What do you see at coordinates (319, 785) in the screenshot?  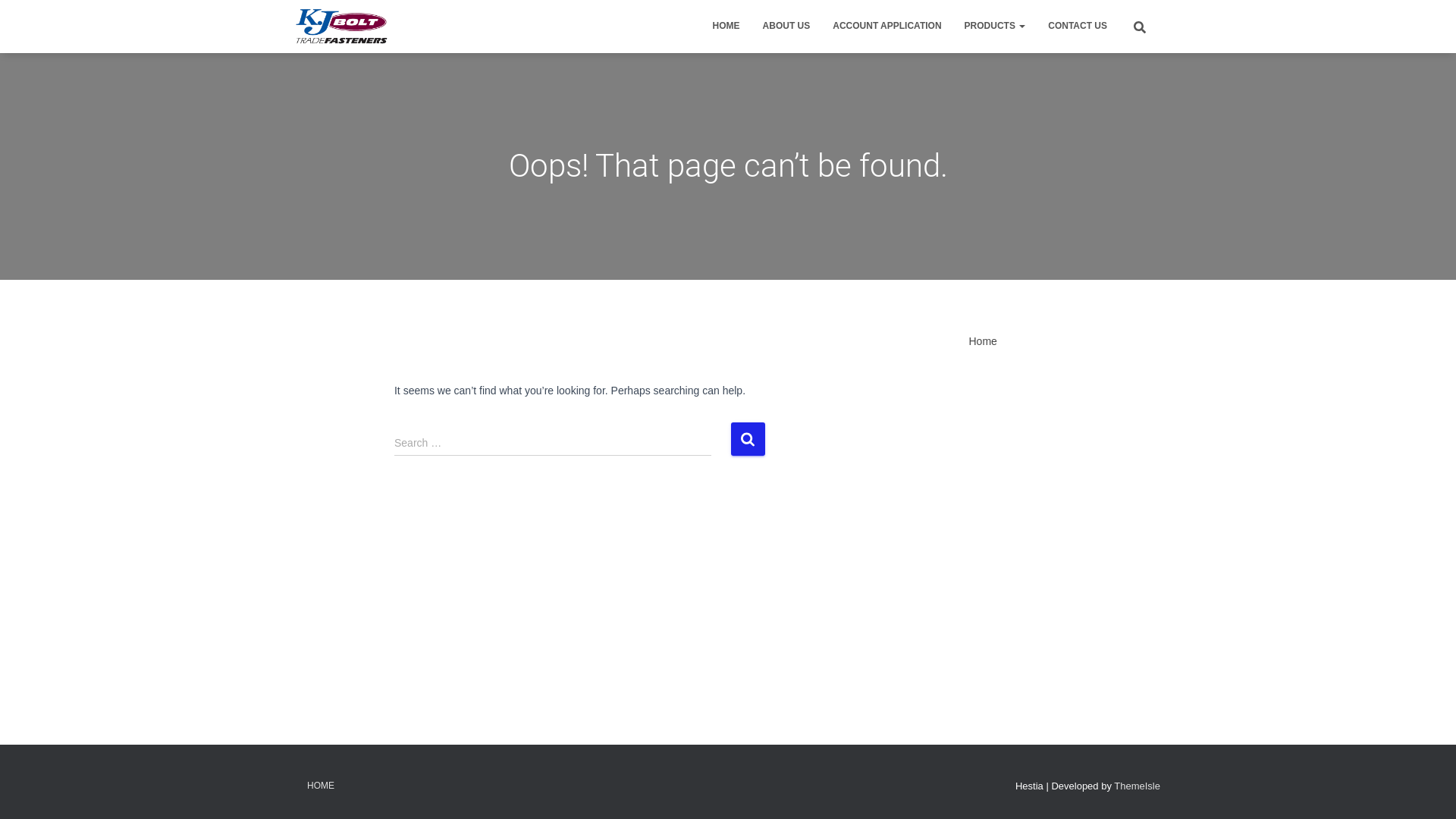 I see `'HOME'` at bounding box center [319, 785].